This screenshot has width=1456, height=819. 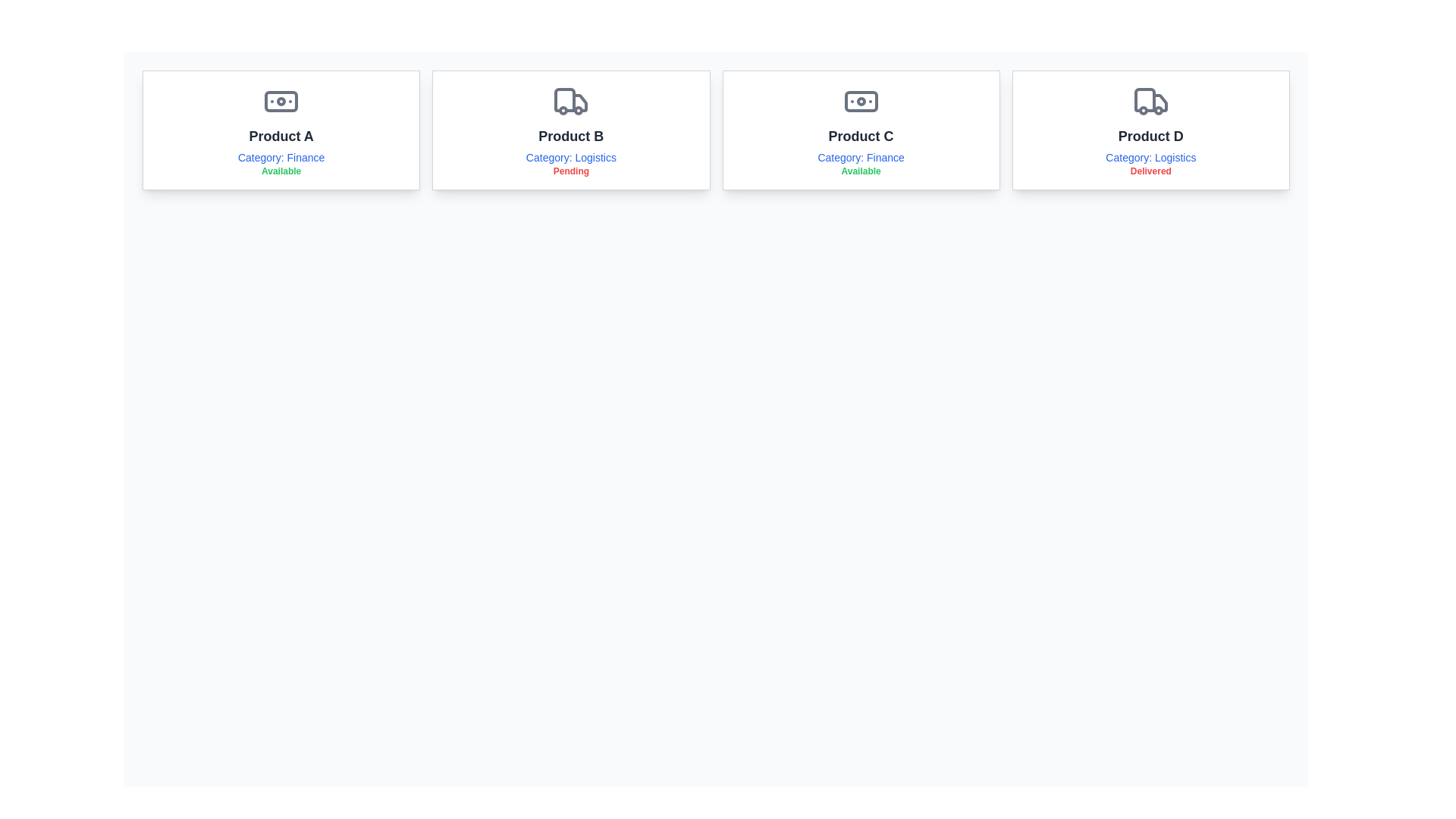 I want to click on the banknote icon in the upper section of the 'Product C' card, which is centered horizontally and located above the text 'Product C', so click(x=861, y=102).